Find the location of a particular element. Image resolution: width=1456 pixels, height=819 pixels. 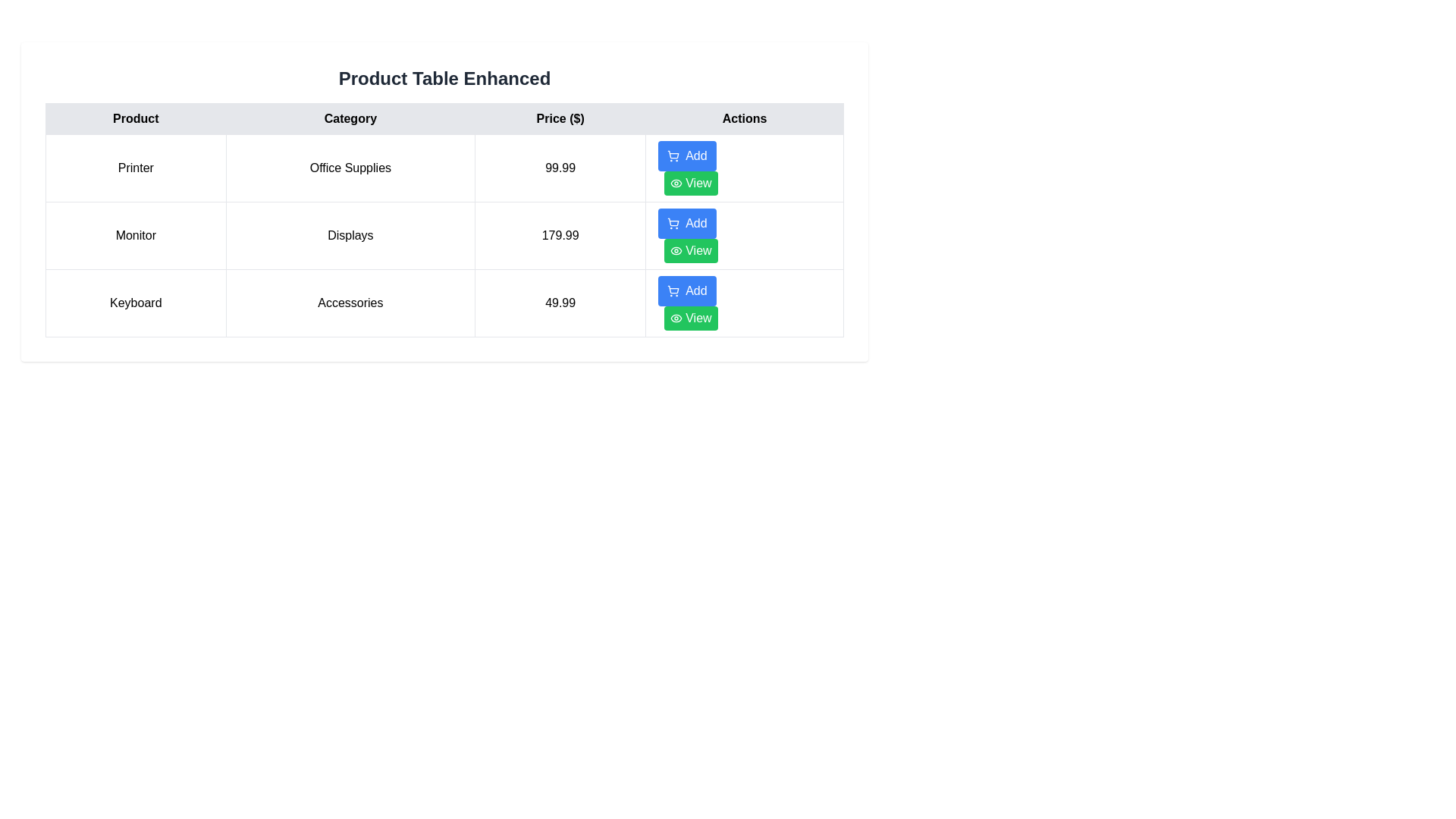

the green rectangular button labeled 'View' with an eye icon on its left, located in the 'Actions' column of the third row of the table is located at coordinates (690, 318).